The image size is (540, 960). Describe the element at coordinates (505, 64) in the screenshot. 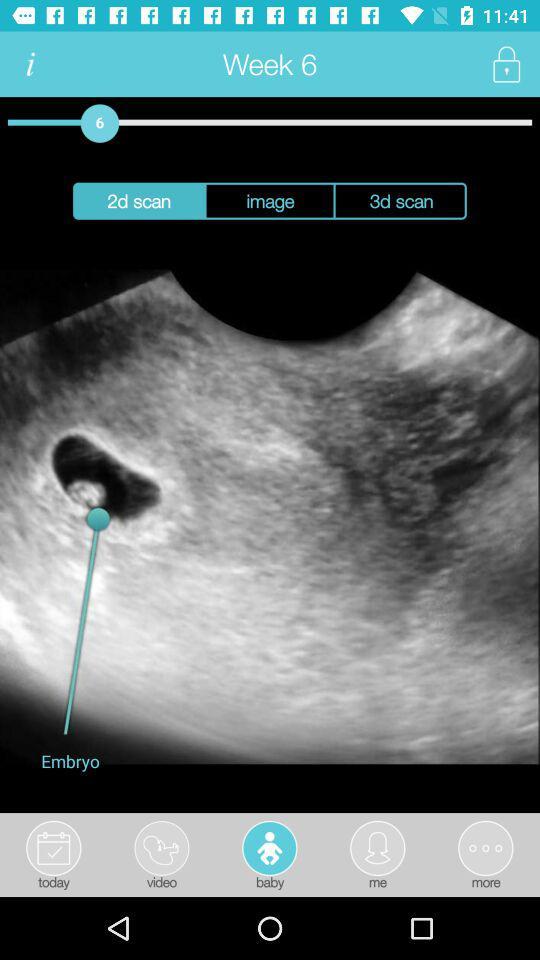

I see `item next to the week 6 item` at that location.